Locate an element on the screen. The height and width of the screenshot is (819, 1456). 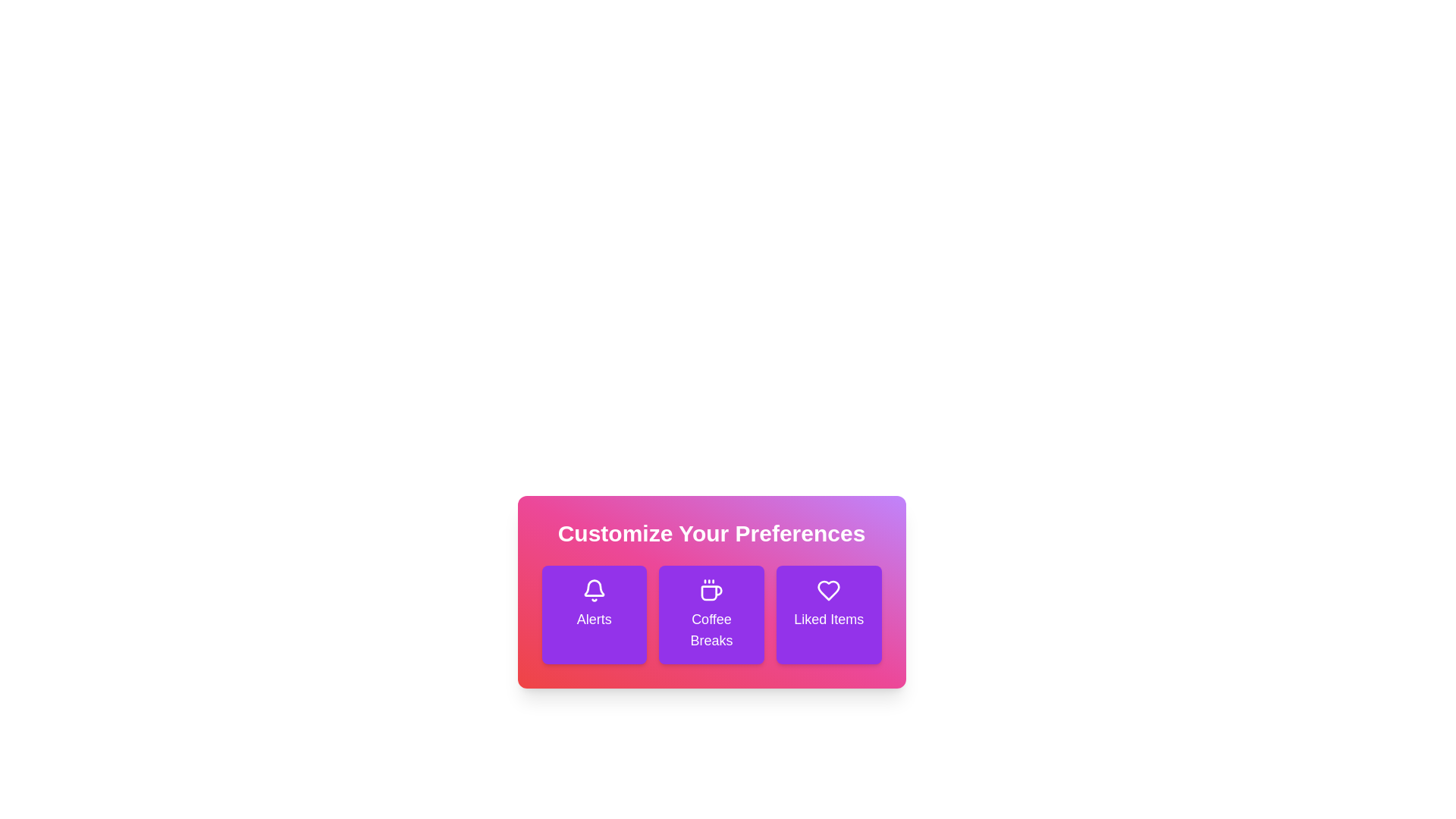
the heart-shaped icon filled with purple color inside the 'Liked Items' button located in the 'Customize Your Preferences' section is located at coordinates (828, 590).